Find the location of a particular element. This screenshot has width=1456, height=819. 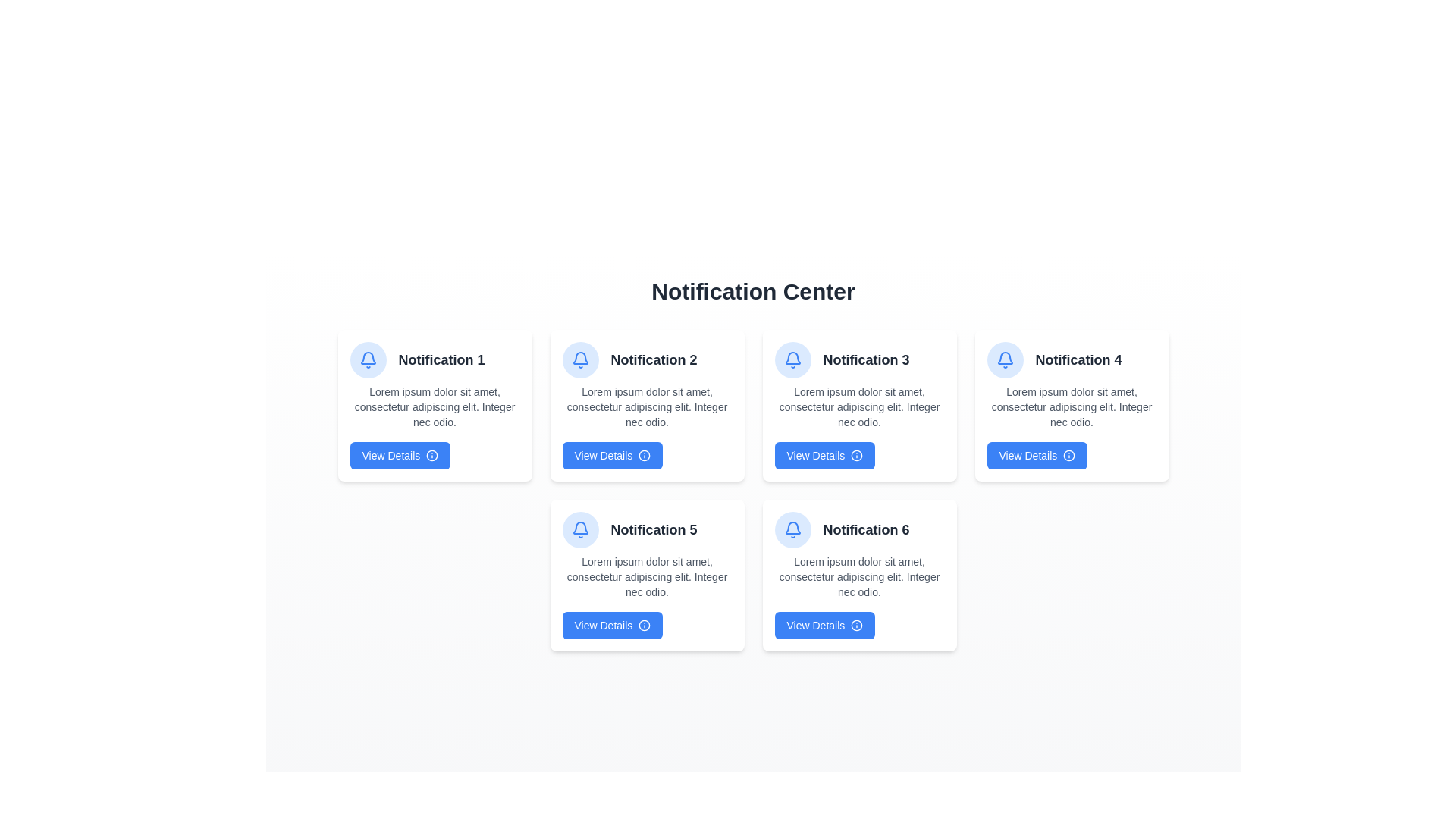

the static text label located within the 'Notification 5' card, which is positioned above the 'View Details' button and below the title 'Notification 5' is located at coordinates (647, 576).